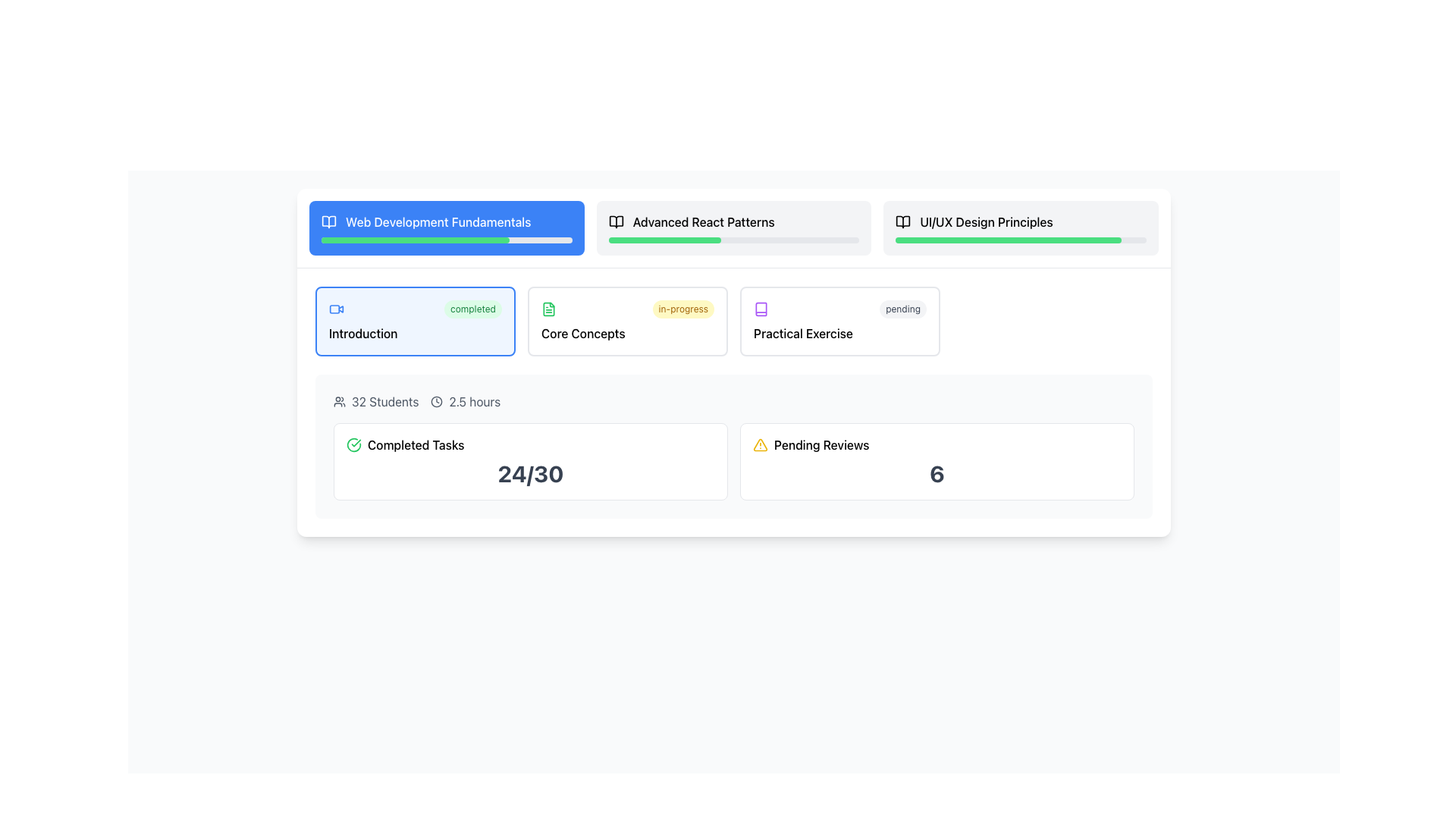  I want to click on the text header labeled 'Advanced React Patterns' which is located next to an open book icon, so click(734, 222).